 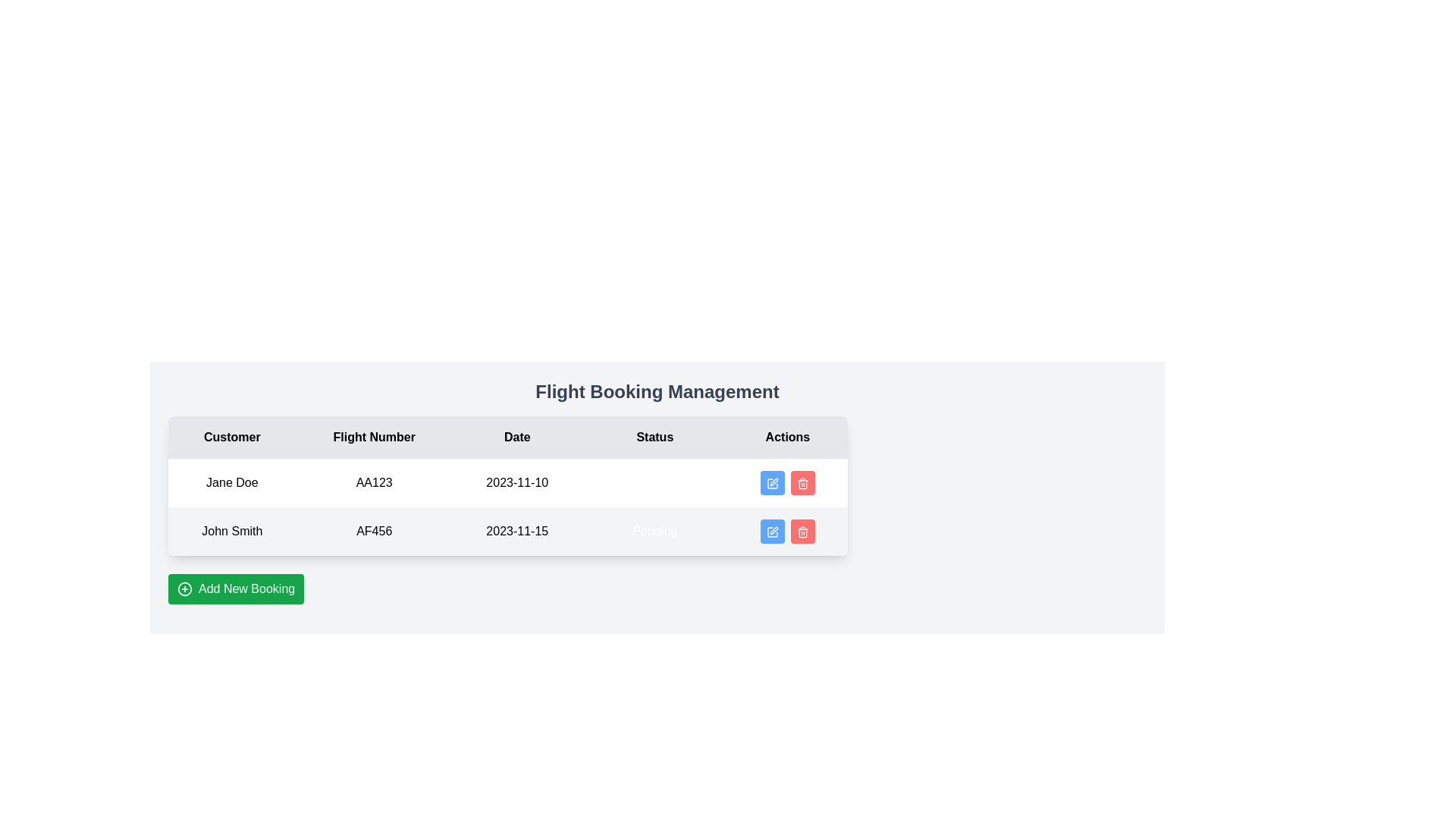 What do you see at coordinates (517, 438) in the screenshot?
I see `the 'Date' text label in the table header, which is the third column header from the left, with a bold font and black text on a light gray background` at bounding box center [517, 438].